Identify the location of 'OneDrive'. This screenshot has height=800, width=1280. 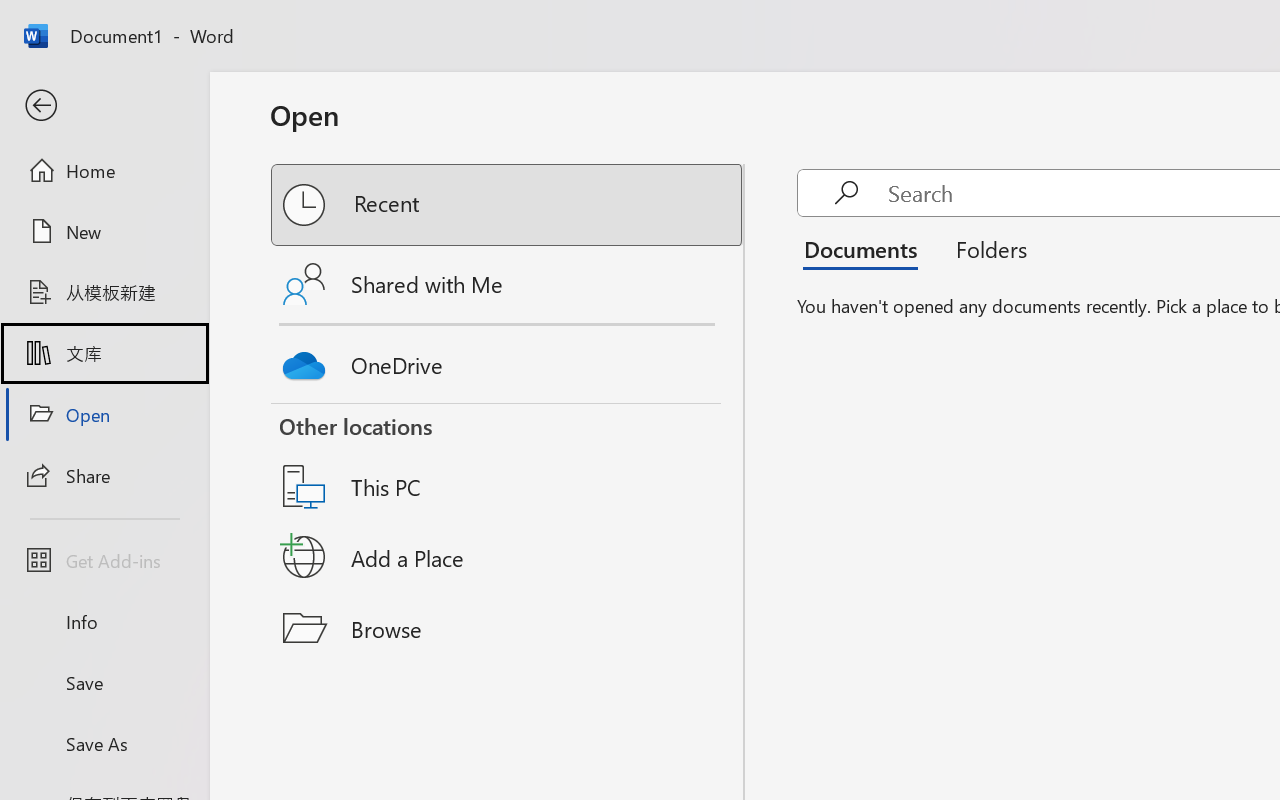
(508, 360).